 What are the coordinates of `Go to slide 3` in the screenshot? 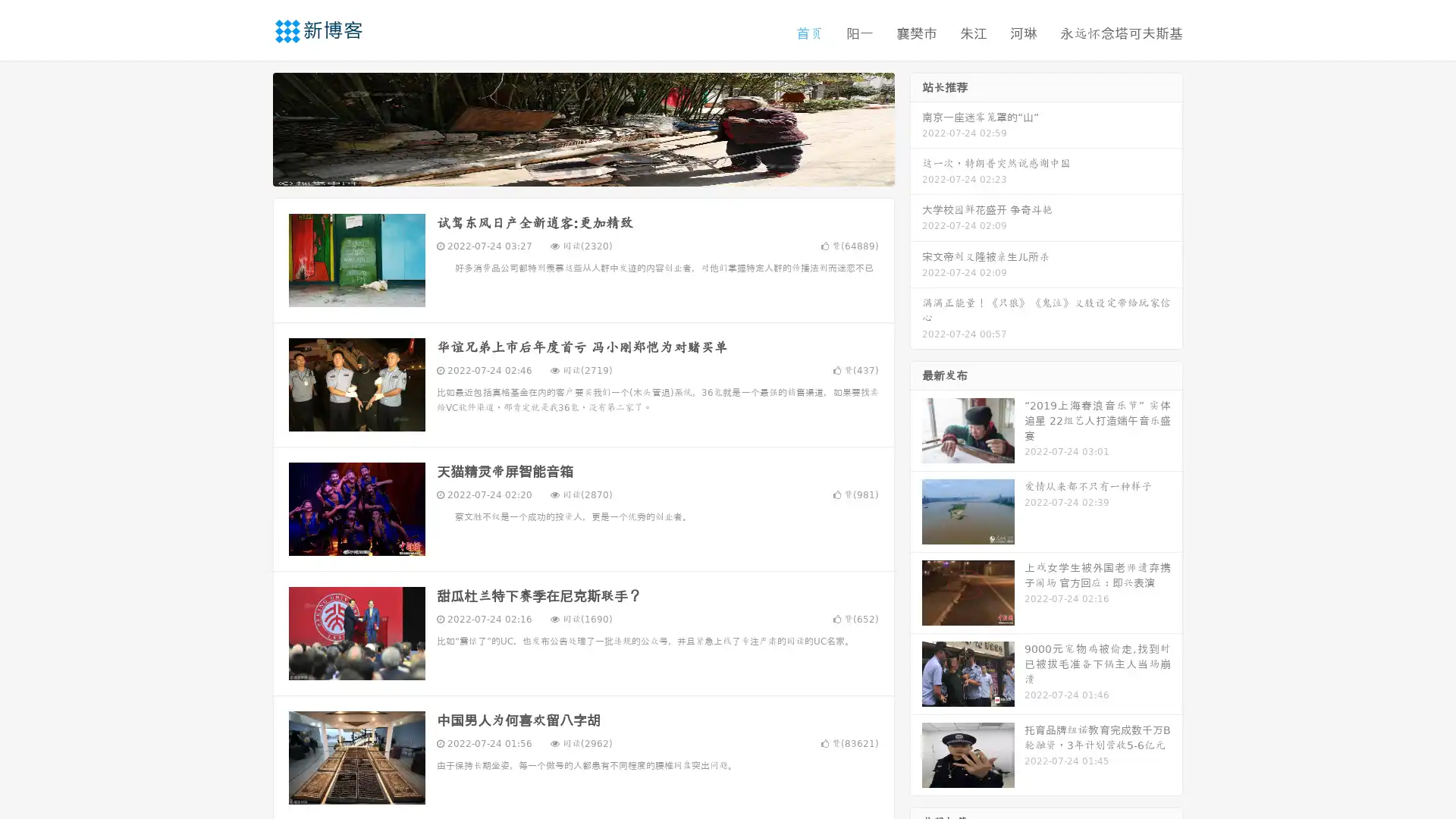 It's located at (598, 171).